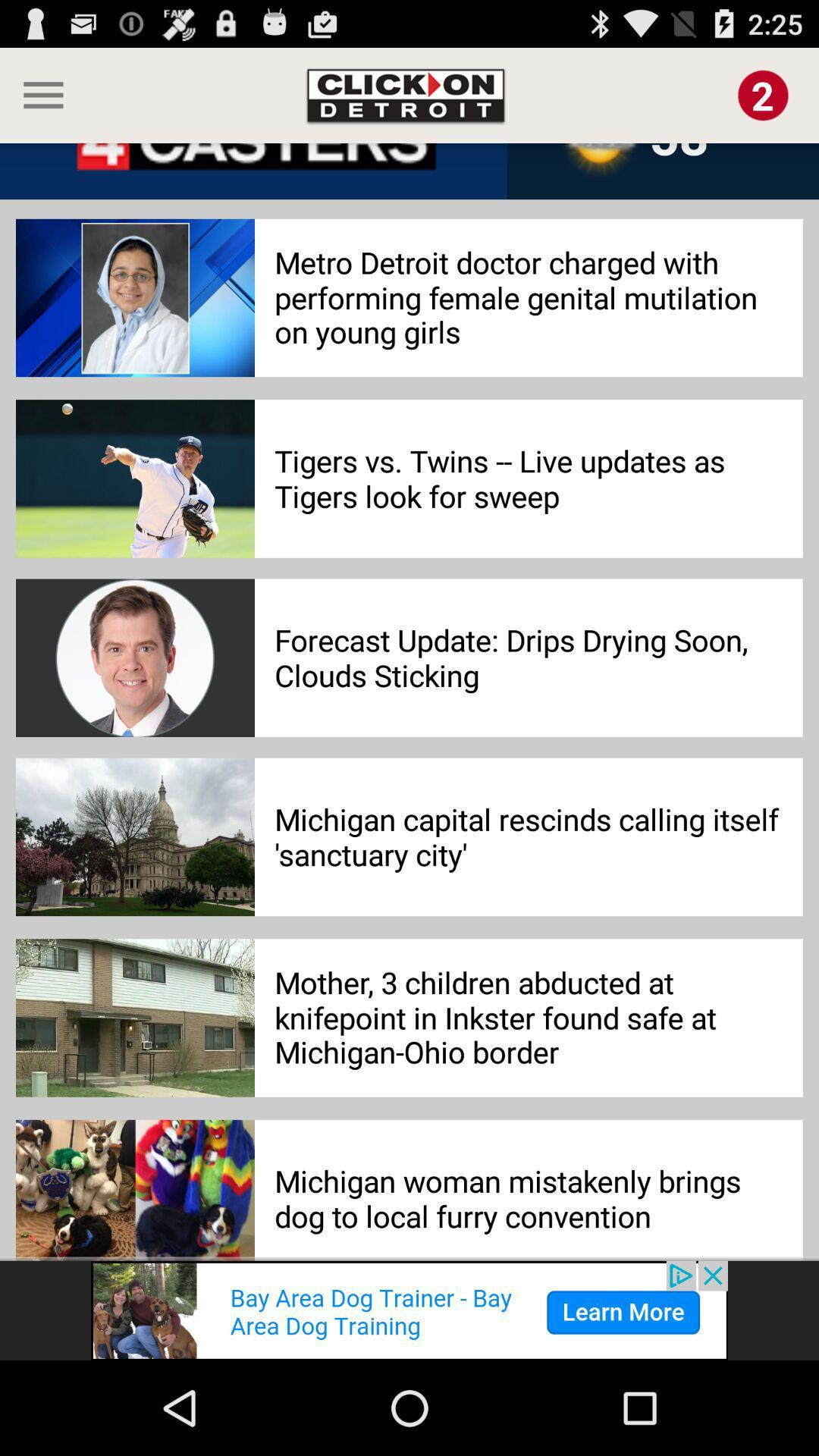  What do you see at coordinates (763, 94) in the screenshot?
I see `the number next to the title` at bounding box center [763, 94].